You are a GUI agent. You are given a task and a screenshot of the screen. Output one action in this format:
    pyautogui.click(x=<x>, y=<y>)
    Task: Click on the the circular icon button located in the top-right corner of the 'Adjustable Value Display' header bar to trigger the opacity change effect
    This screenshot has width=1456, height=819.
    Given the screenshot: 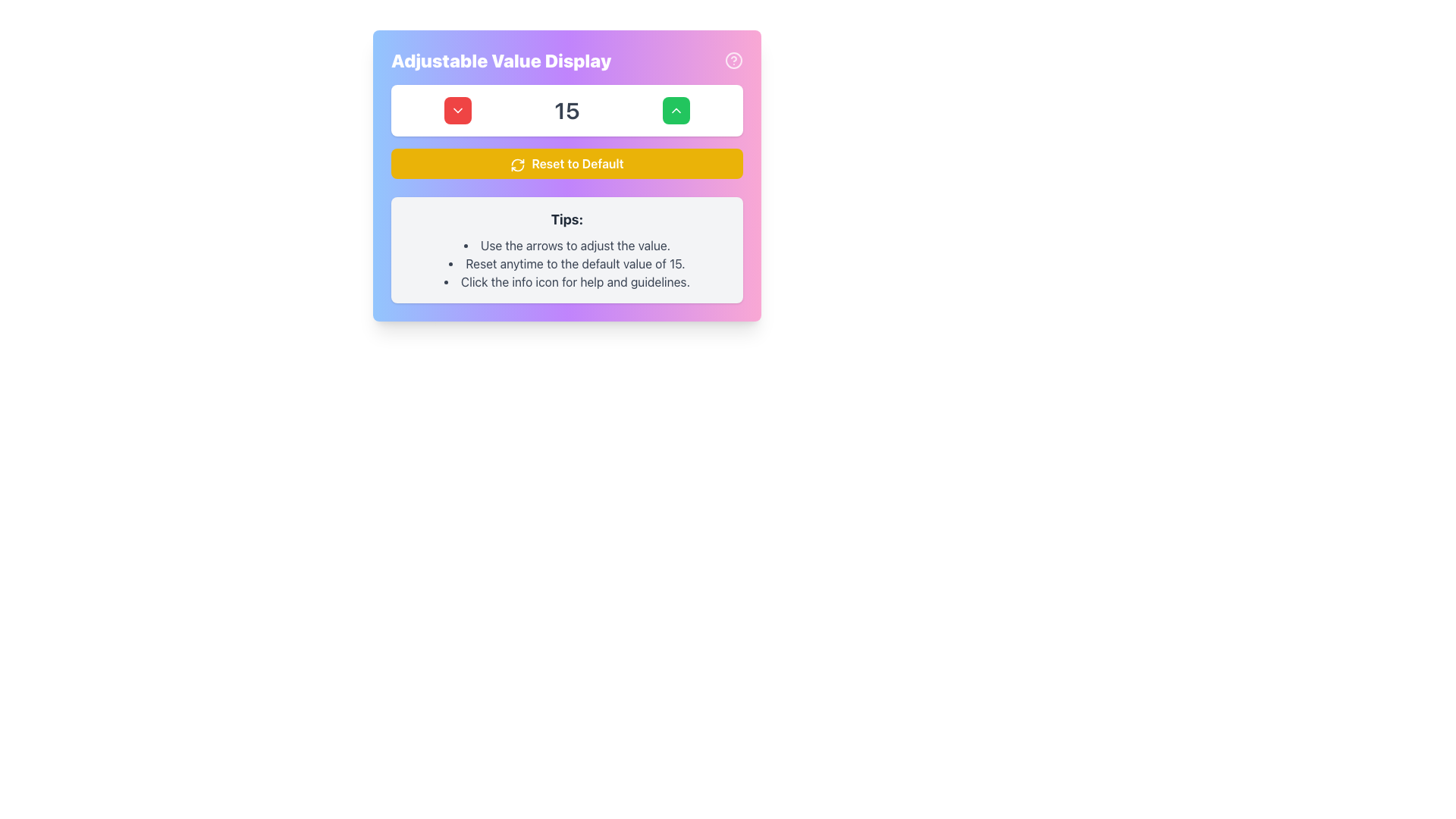 What is the action you would take?
    pyautogui.click(x=734, y=60)
    